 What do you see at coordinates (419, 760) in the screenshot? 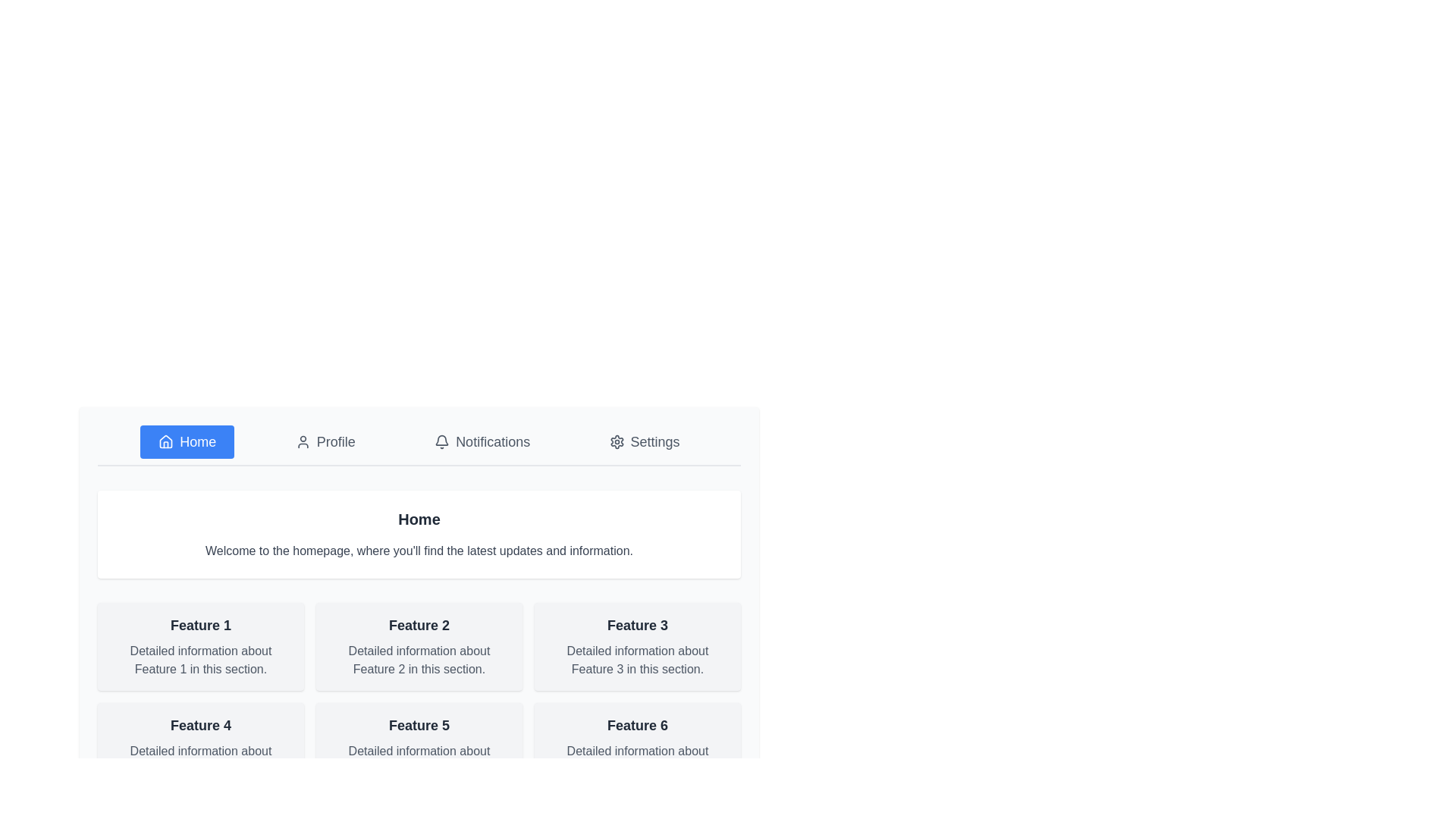
I see `text label providing additional details for 'Feature 5', located beneath the bold title in the second row and second column of the layout` at bounding box center [419, 760].